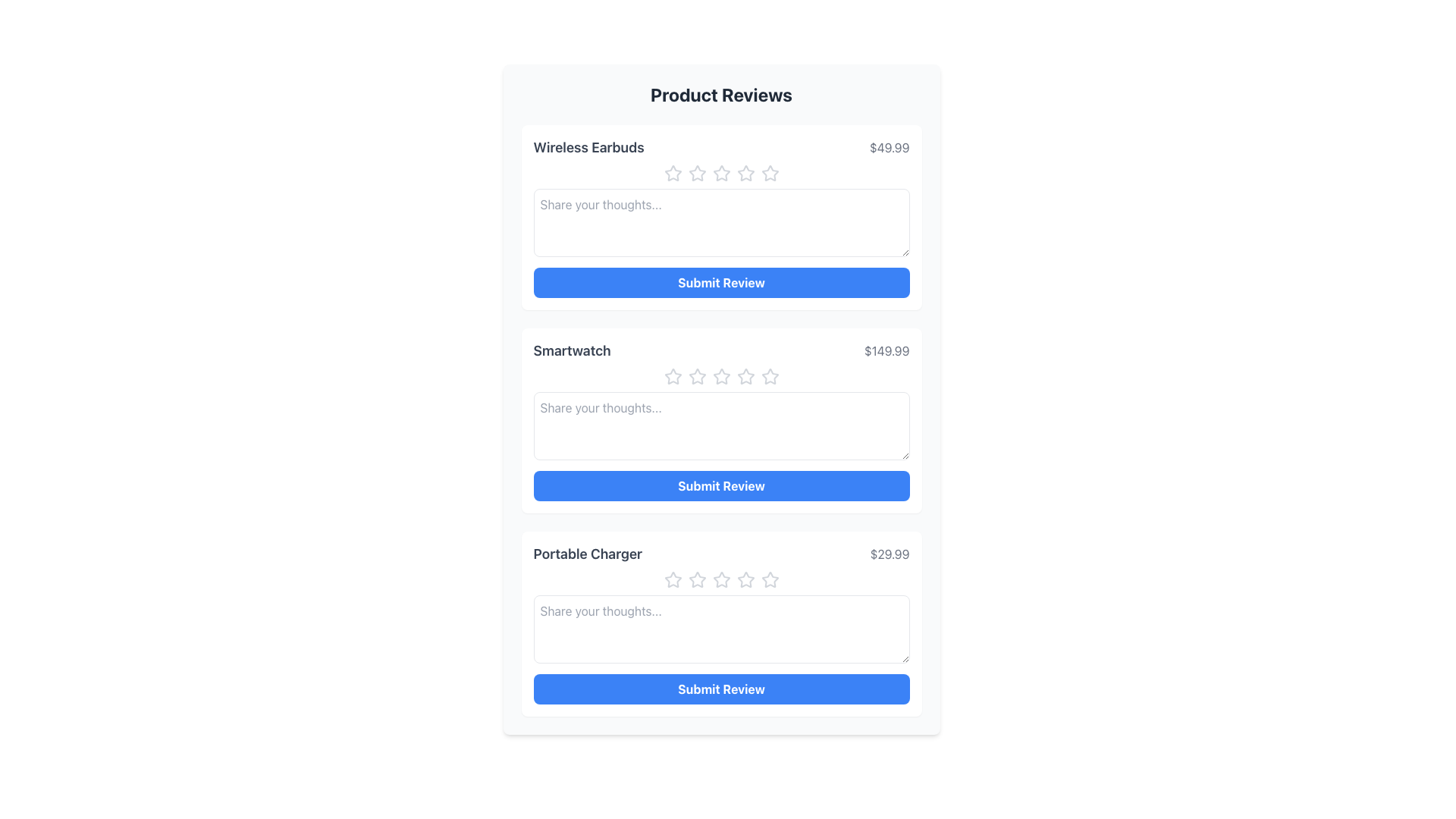 The image size is (1456, 819). I want to click on the static text label displaying the price '$49.99', which is positioned to the right of the 'Wireless Earbuds' label in the topmost entry of the 'Product Reviews' section, so click(890, 148).